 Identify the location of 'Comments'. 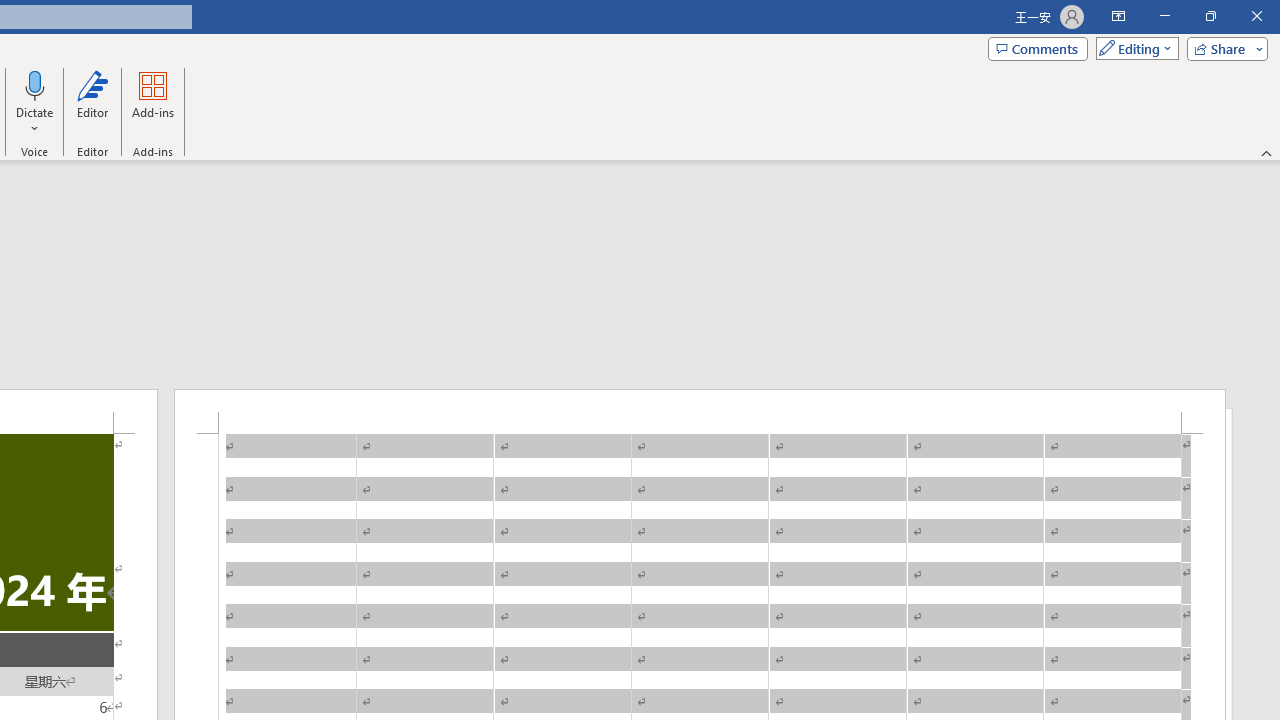
(1038, 47).